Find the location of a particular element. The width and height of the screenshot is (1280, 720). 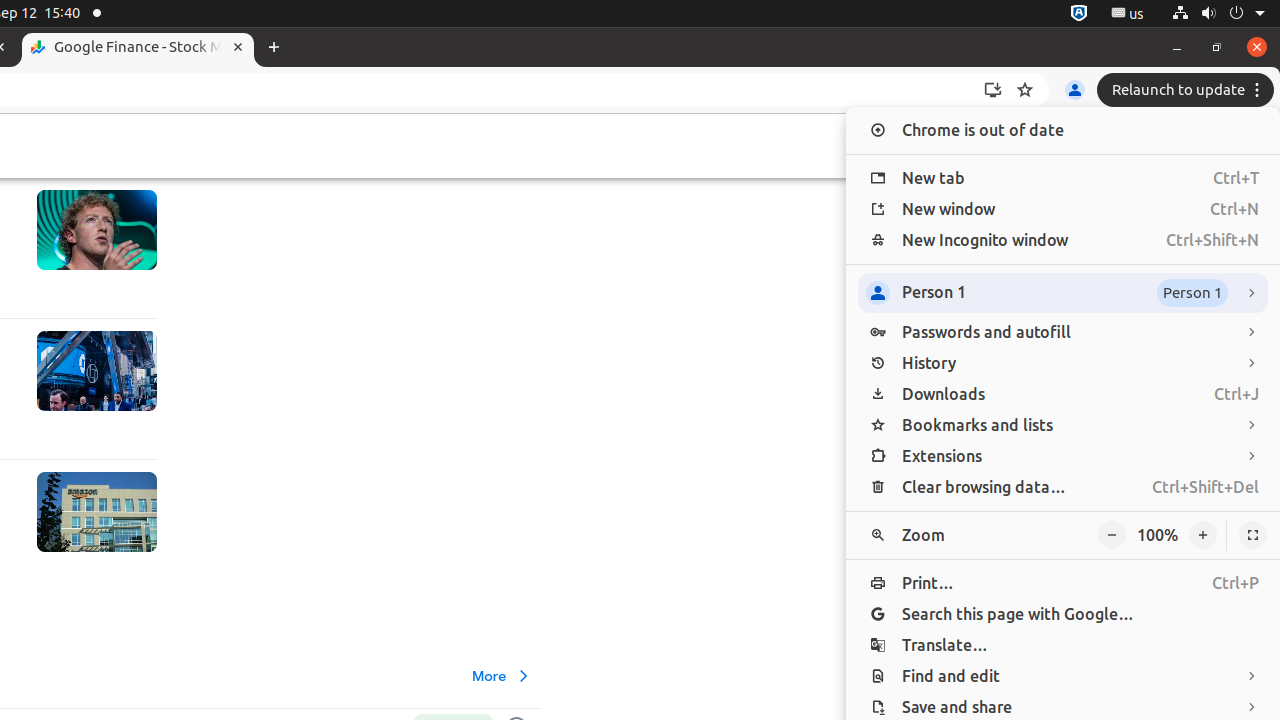

'Downloads Ctrl+J' is located at coordinates (1062, 394).